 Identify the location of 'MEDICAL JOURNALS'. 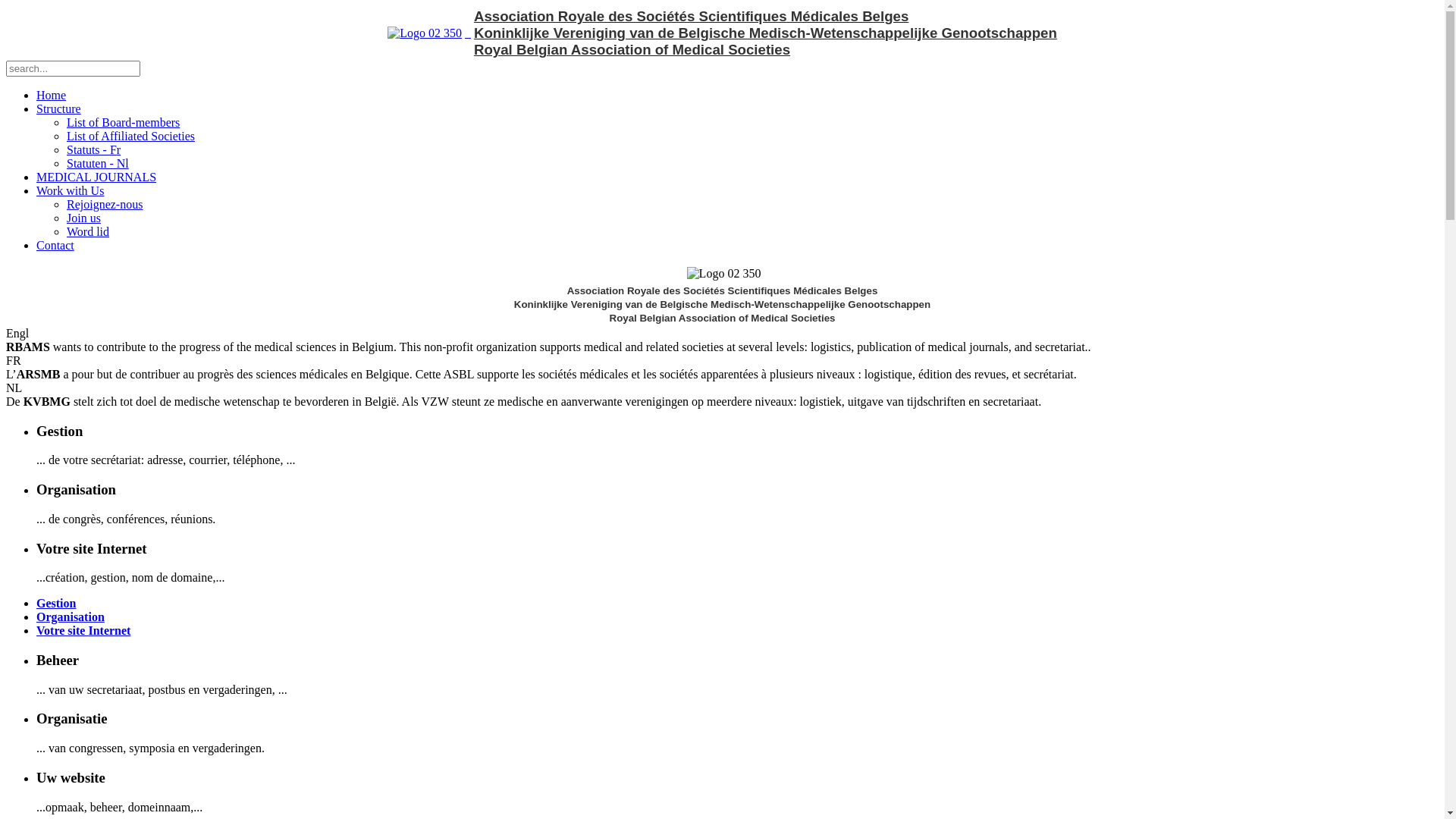
(95, 176).